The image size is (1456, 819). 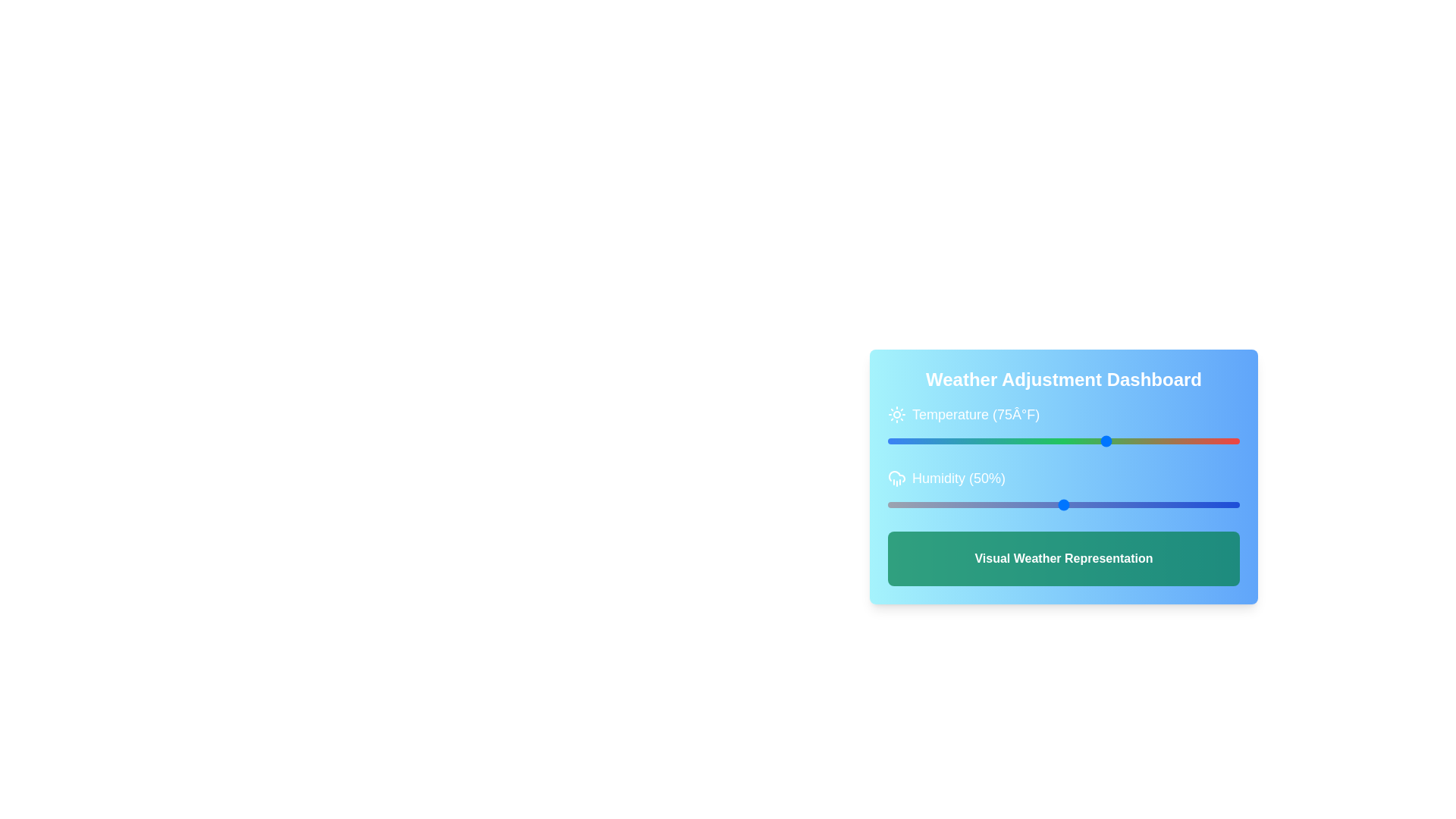 What do you see at coordinates (1136, 441) in the screenshot?
I see `the temperature slider to 91 degrees Fahrenheit` at bounding box center [1136, 441].